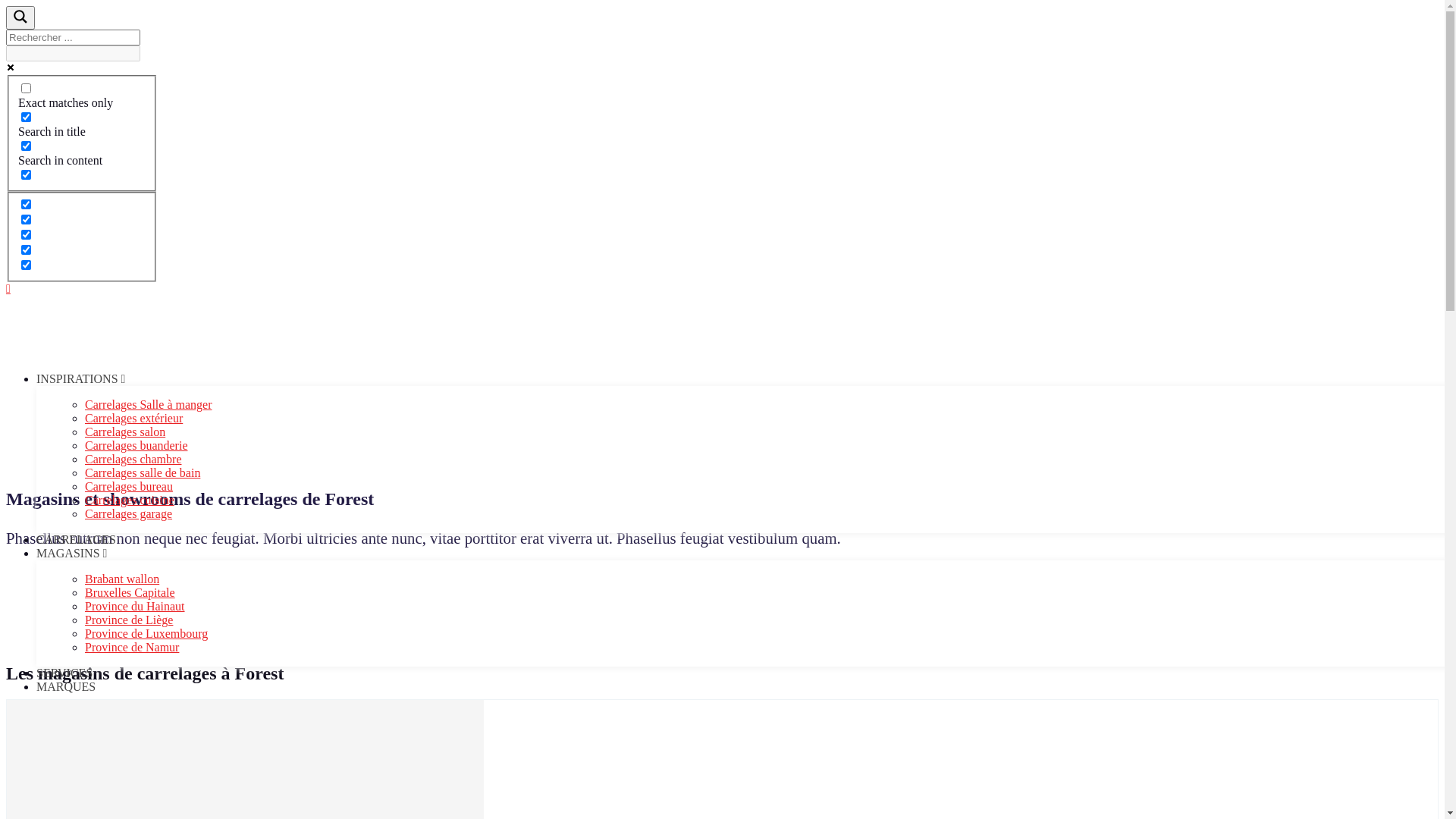 The image size is (1456, 819). Describe the element at coordinates (83, 431) in the screenshot. I see `'Carrelages salon'` at that location.